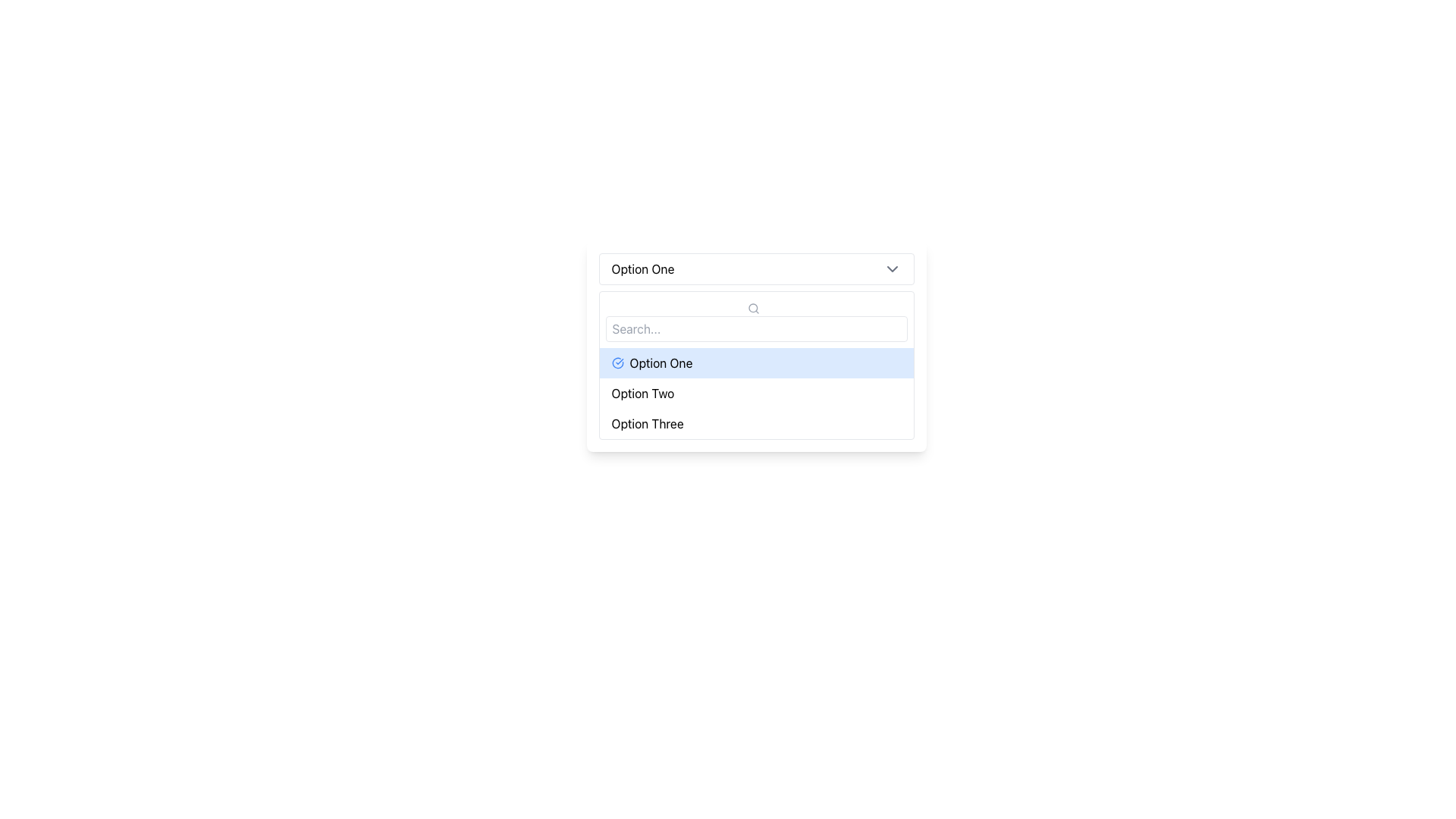  What do you see at coordinates (756, 393) in the screenshot?
I see `the second selectable option labeled 'Option Two' in the dropdown list` at bounding box center [756, 393].